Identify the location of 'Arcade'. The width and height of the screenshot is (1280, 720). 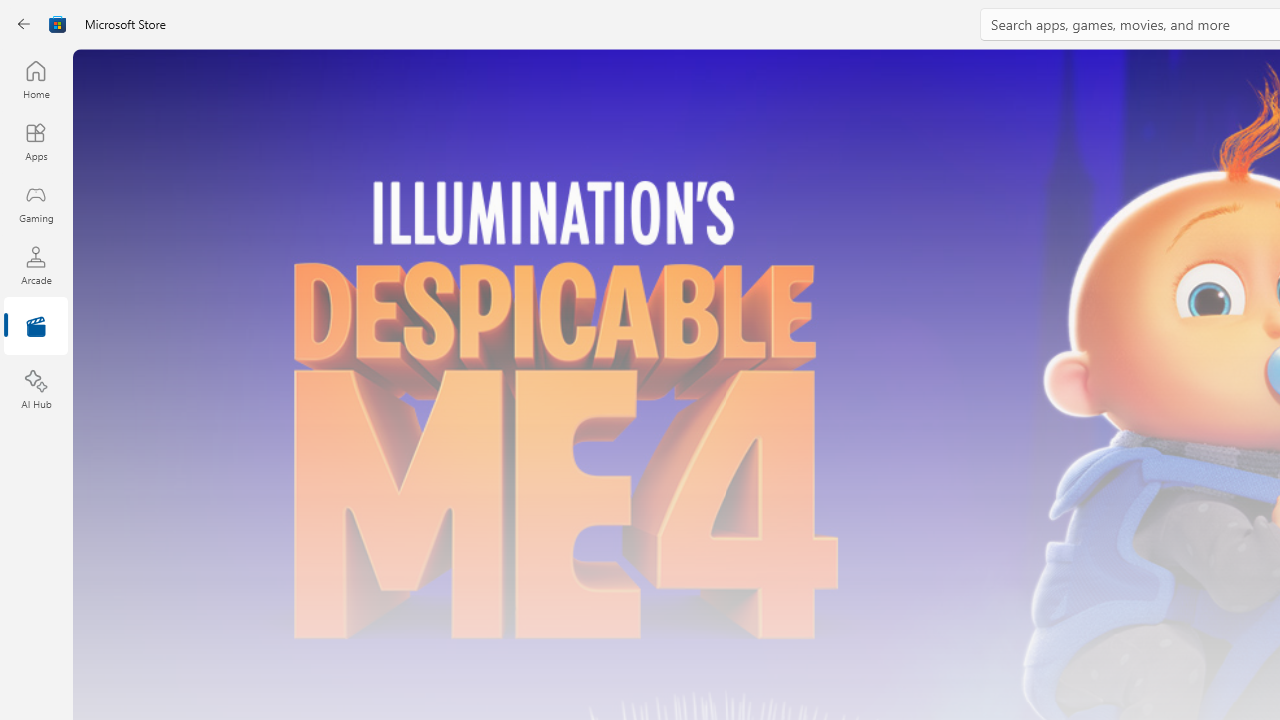
(35, 264).